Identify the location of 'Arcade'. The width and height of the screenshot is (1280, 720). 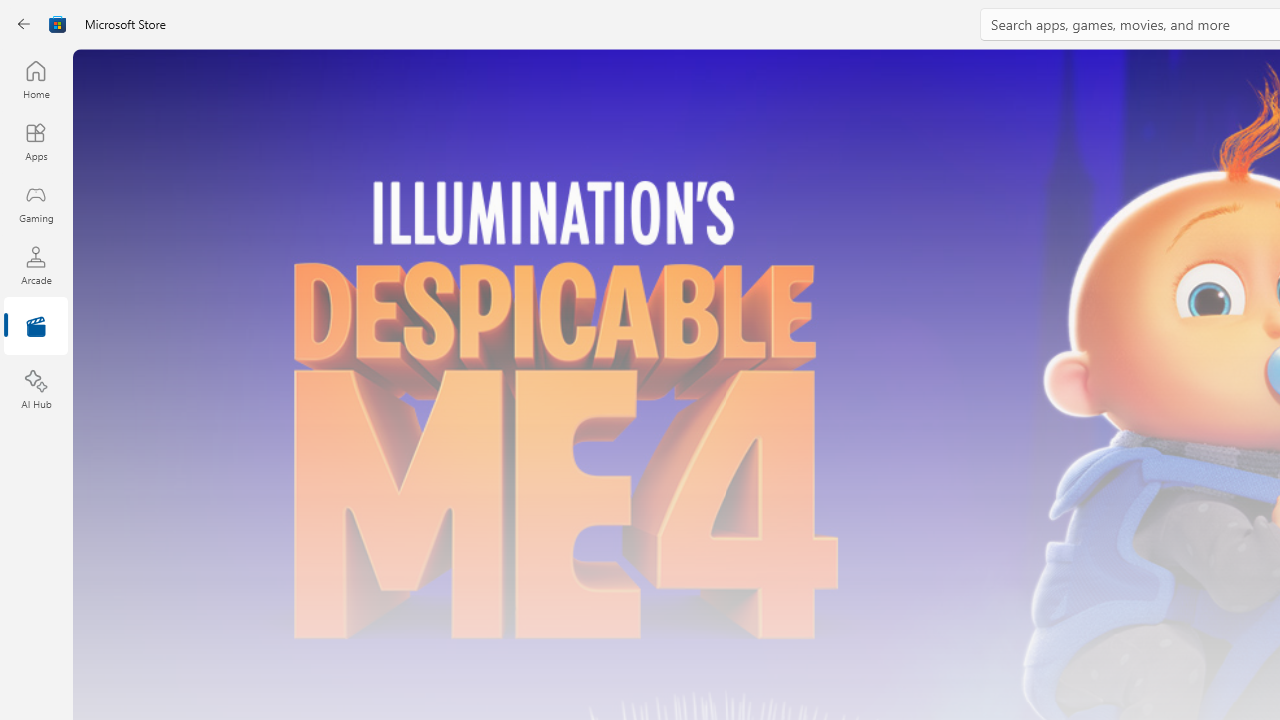
(35, 264).